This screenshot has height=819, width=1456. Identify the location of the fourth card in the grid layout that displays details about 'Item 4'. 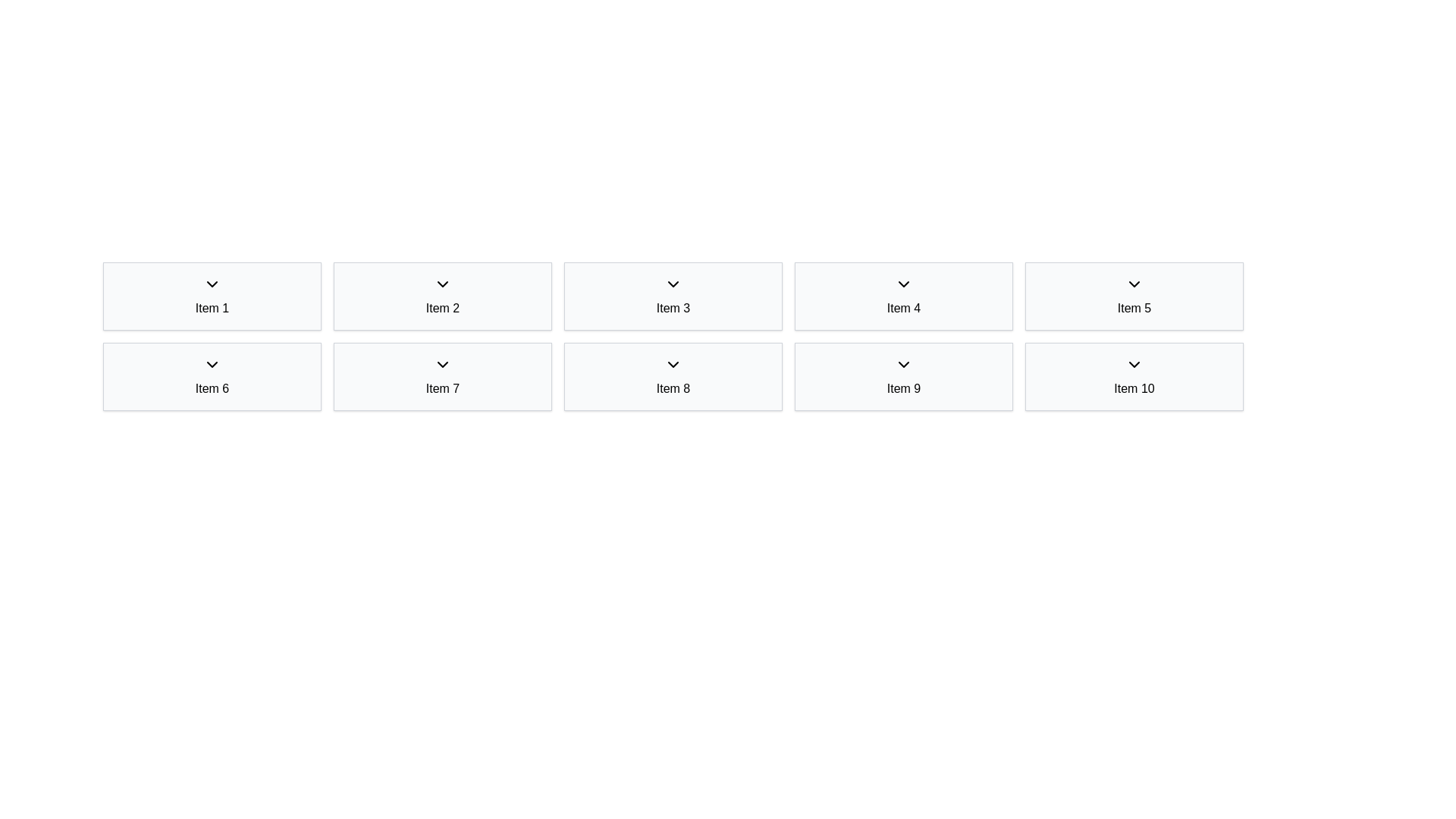
(903, 296).